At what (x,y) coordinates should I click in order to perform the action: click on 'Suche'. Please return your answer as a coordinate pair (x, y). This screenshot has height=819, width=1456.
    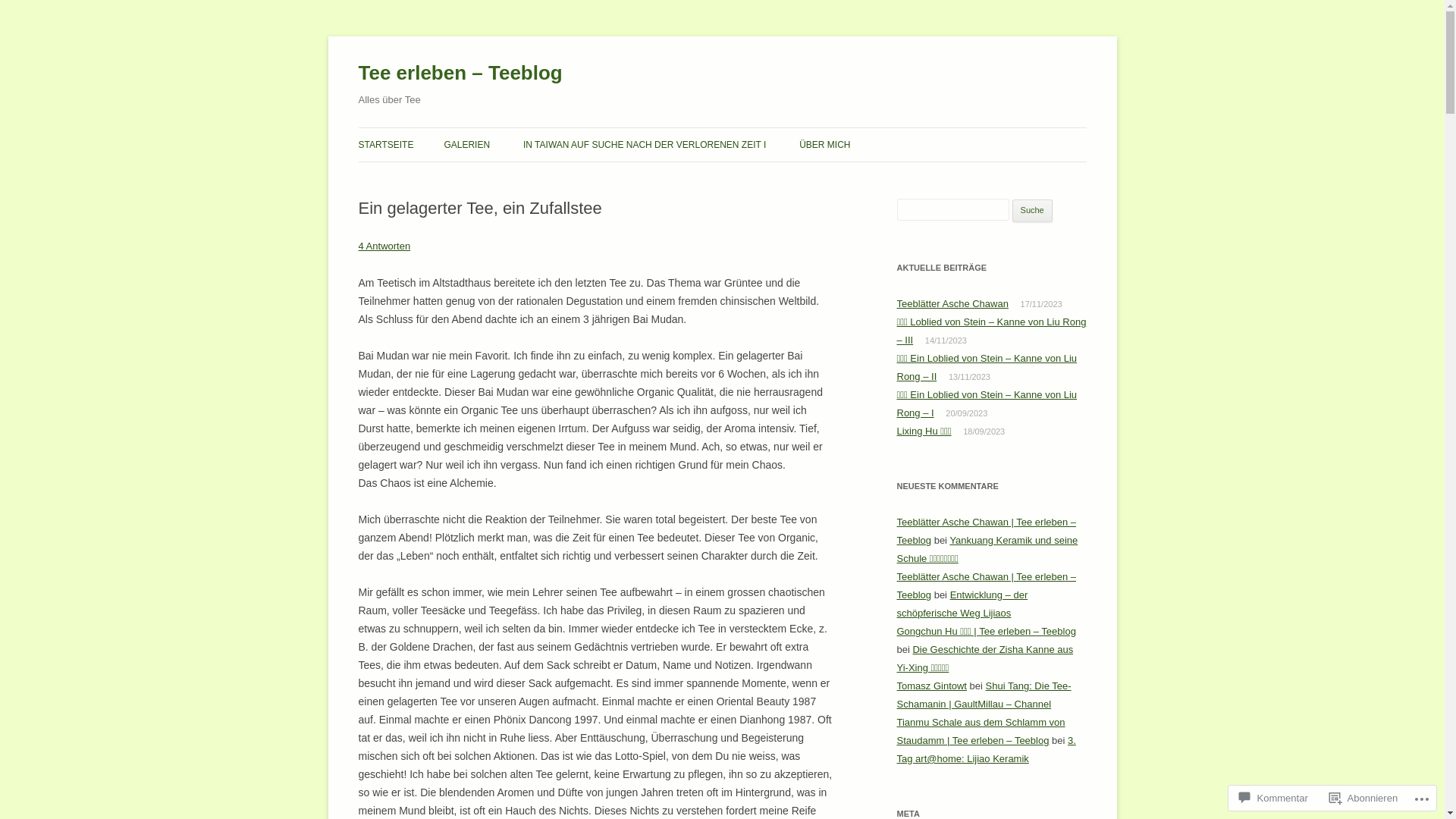
    Looking at the image, I should click on (1031, 210).